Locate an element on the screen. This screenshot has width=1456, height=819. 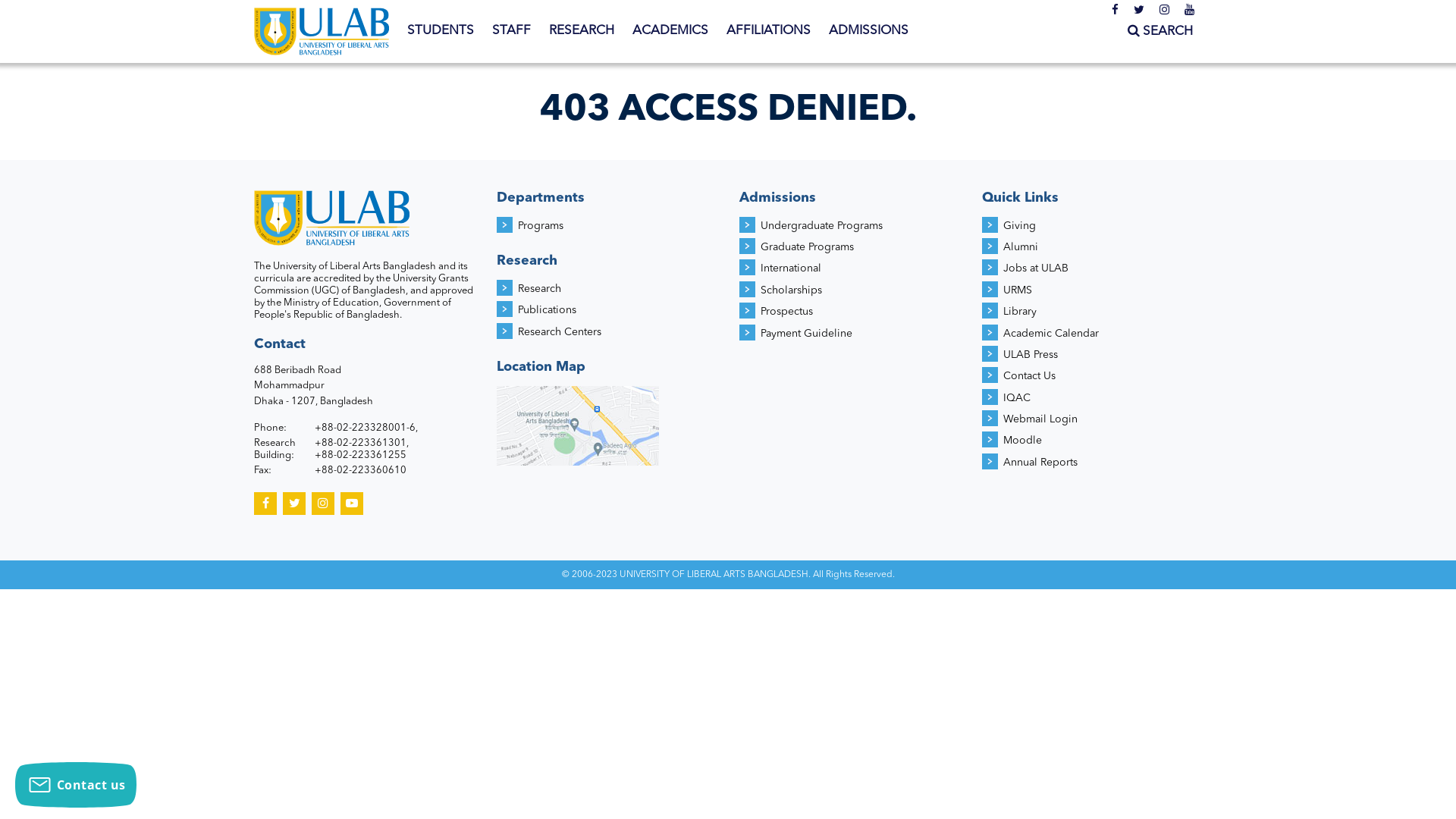
'Payment Guideline' is located at coordinates (805, 332).